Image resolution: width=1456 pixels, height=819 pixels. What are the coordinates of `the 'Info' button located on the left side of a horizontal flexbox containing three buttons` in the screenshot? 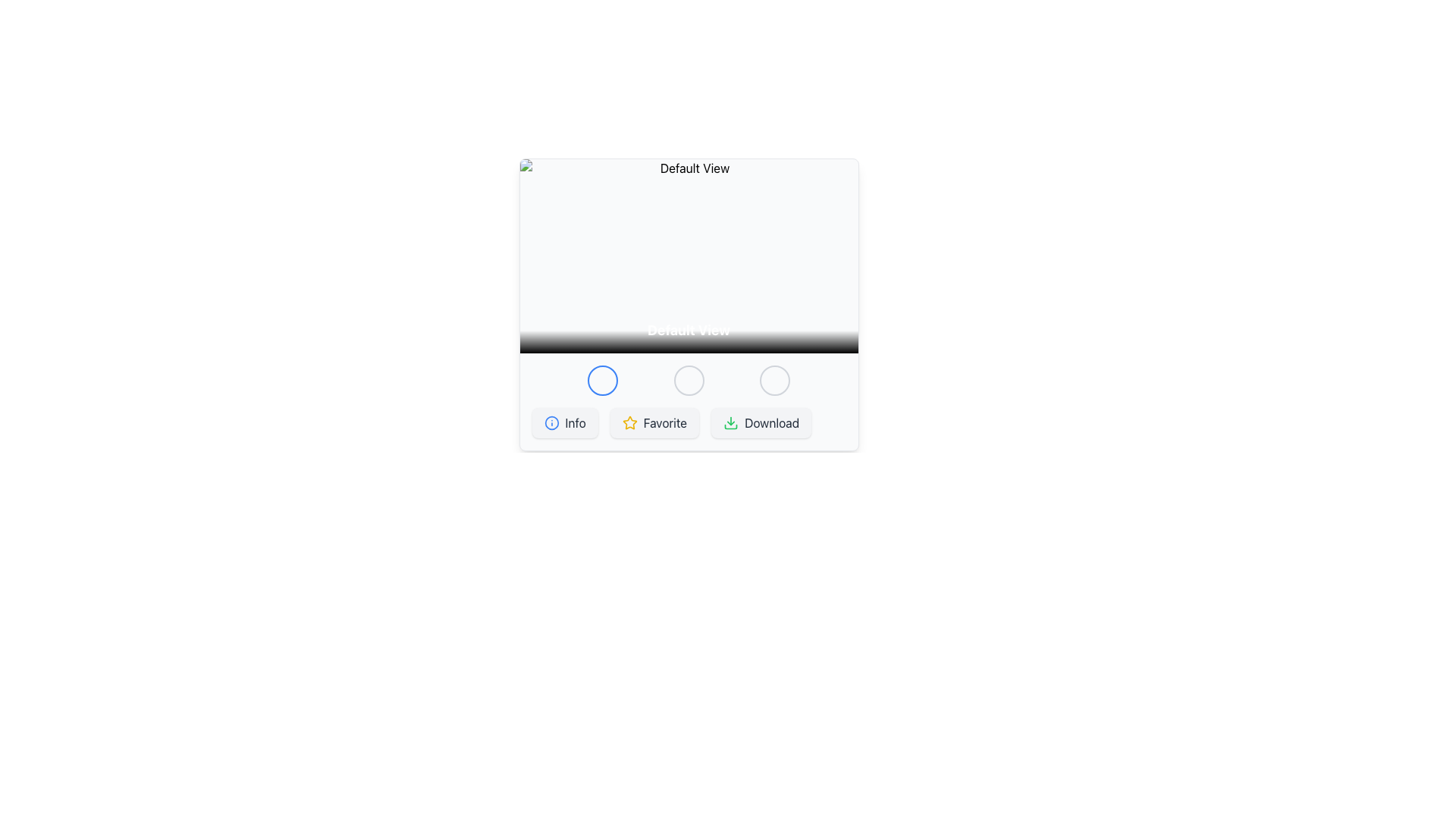 It's located at (564, 423).